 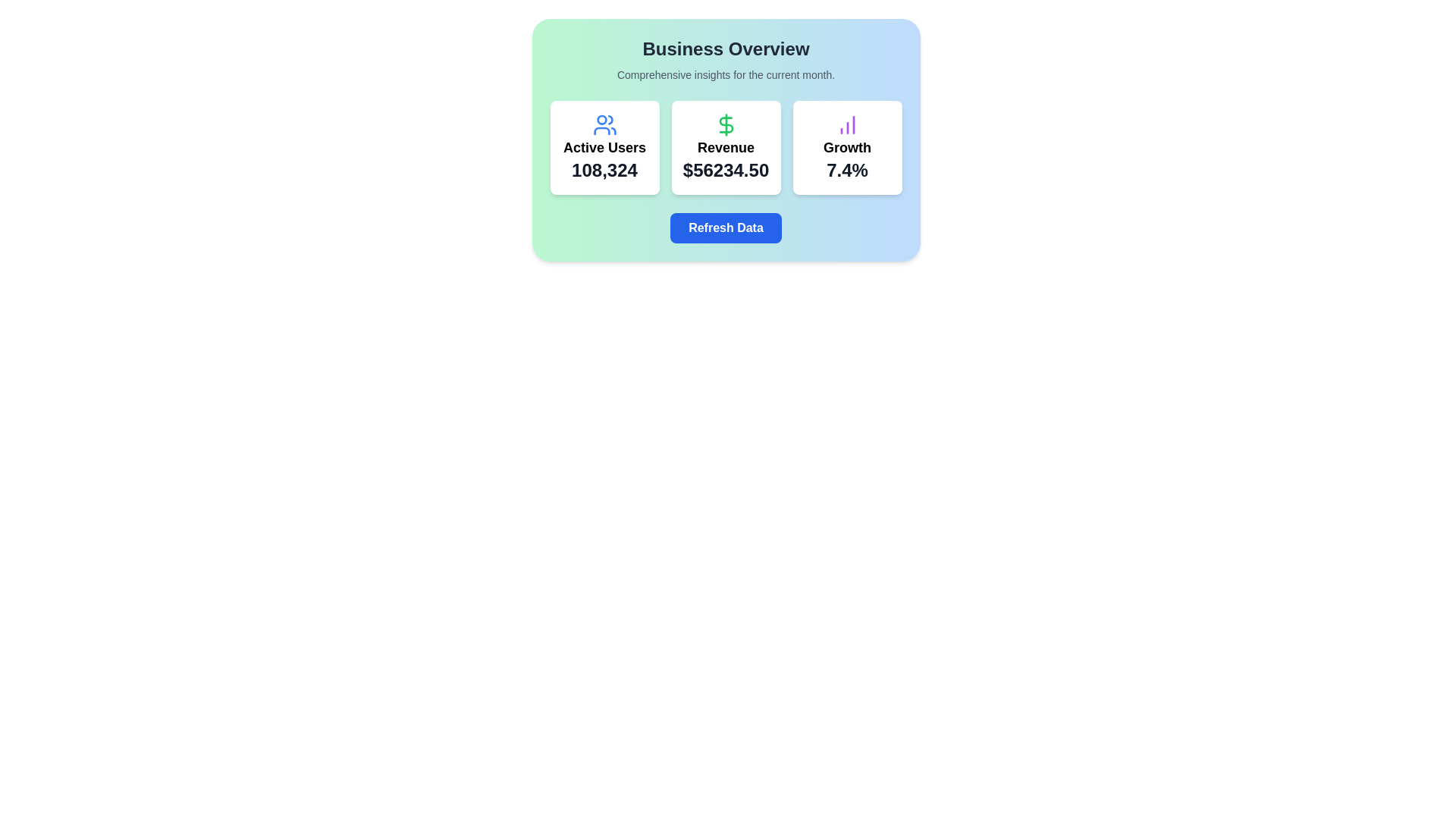 What do you see at coordinates (725, 170) in the screenshot?
I see `the bold numerical value representing the amount in a currency format, located beneath the word 'Revenue'` at bounding box center [725, 170].